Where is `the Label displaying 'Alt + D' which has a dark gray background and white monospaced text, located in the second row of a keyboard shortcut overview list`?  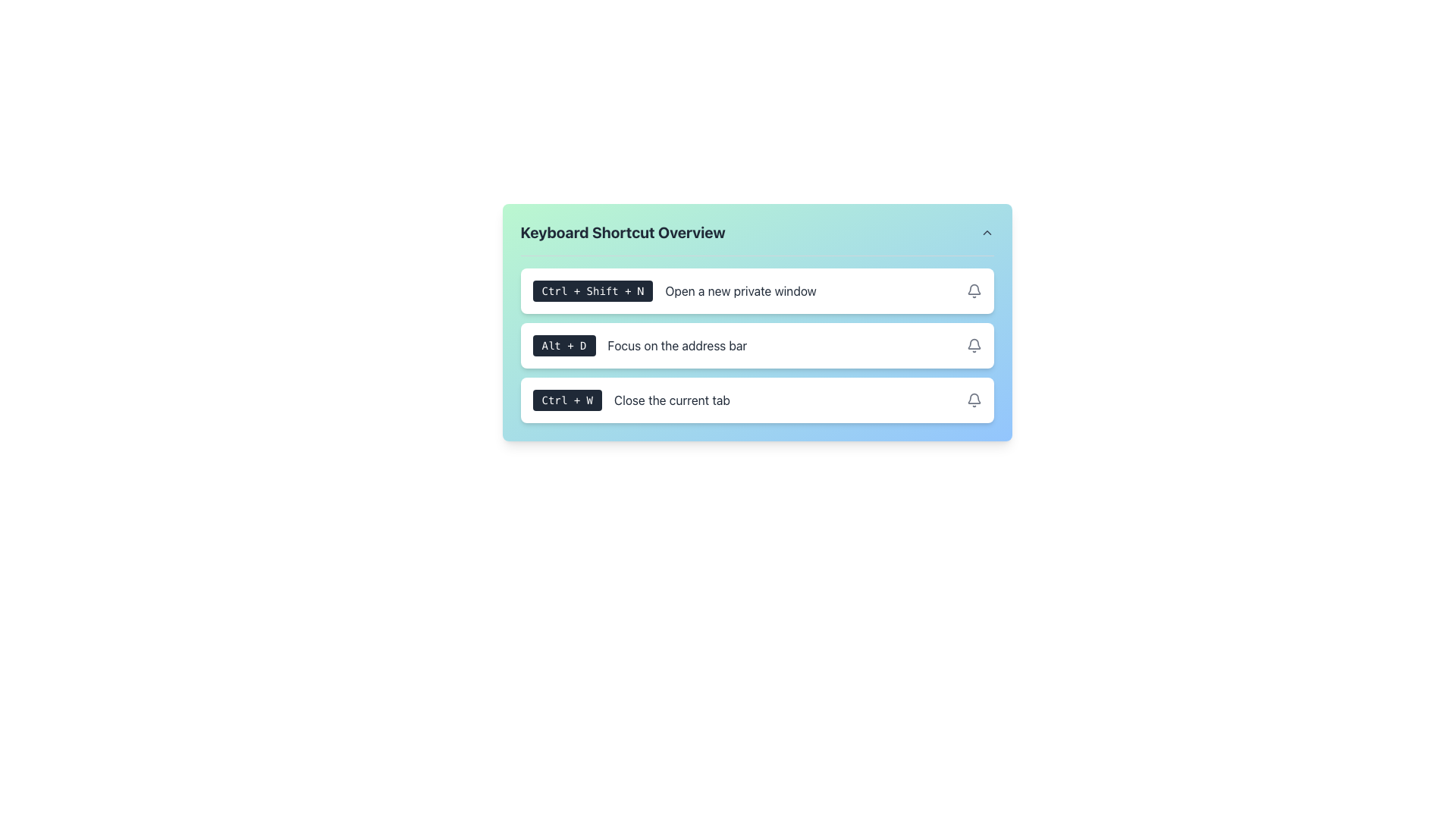
the Label displaying 'Alt + D' which has a dark gray background and white monospaced text, located in the second row of a keyboard shortcut overview list is located at coordinates (563, 345).